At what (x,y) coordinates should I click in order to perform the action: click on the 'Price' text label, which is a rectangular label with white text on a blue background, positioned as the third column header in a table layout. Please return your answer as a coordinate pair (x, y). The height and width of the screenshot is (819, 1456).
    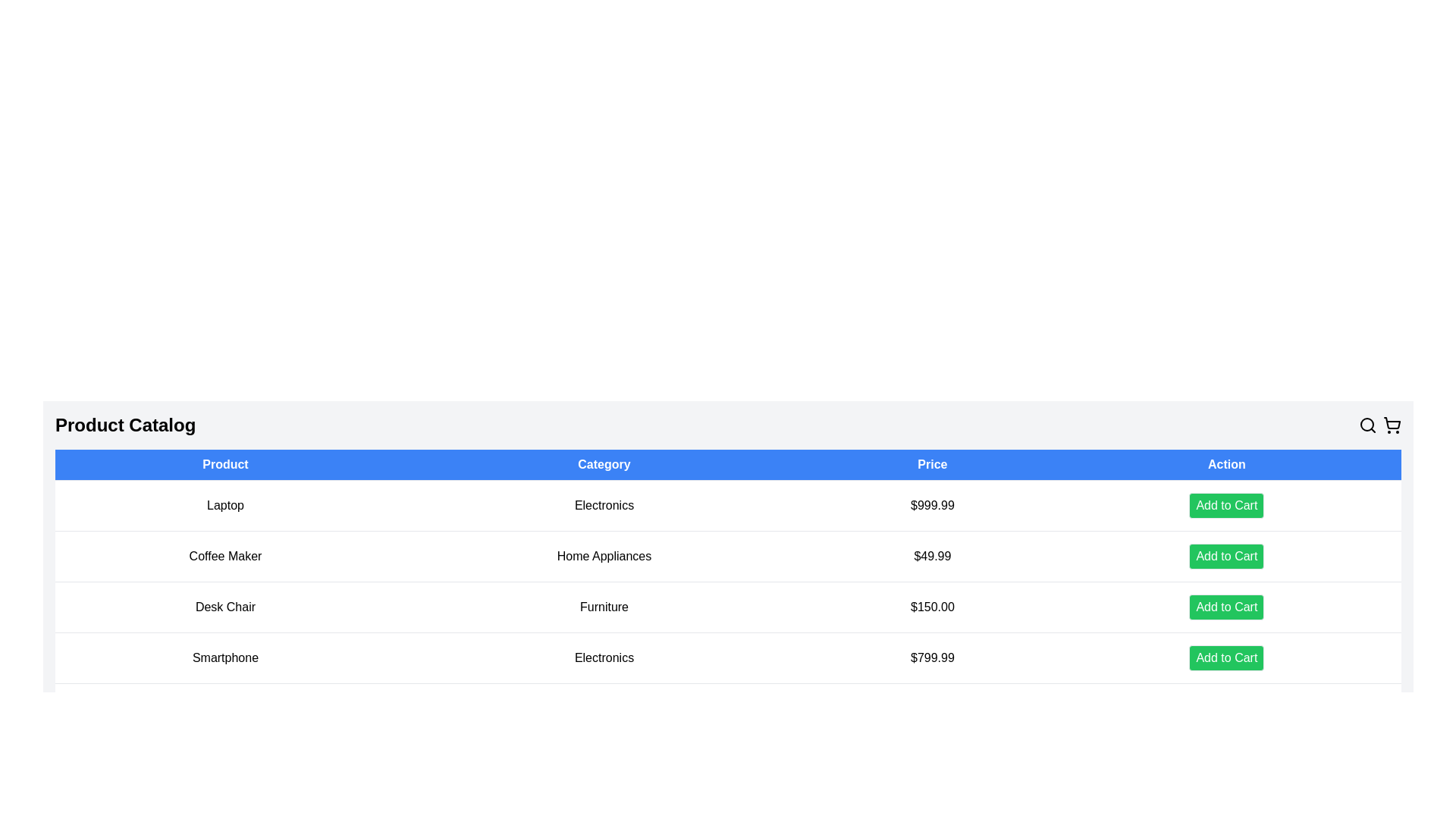
    Looking at the image, I should click on (931, 464).